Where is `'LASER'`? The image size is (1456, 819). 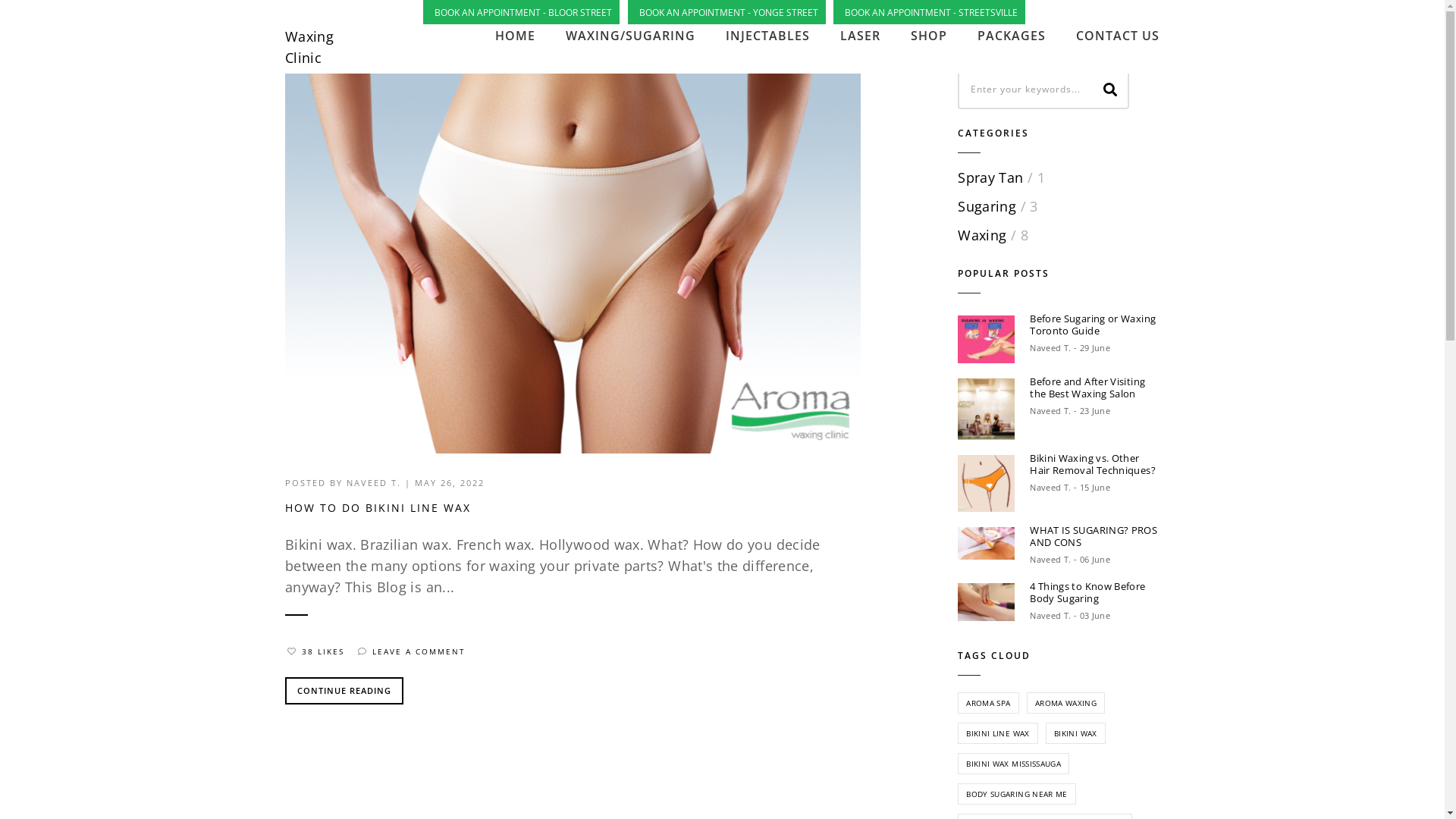
'LASER' is located at coordinates (860, 35).